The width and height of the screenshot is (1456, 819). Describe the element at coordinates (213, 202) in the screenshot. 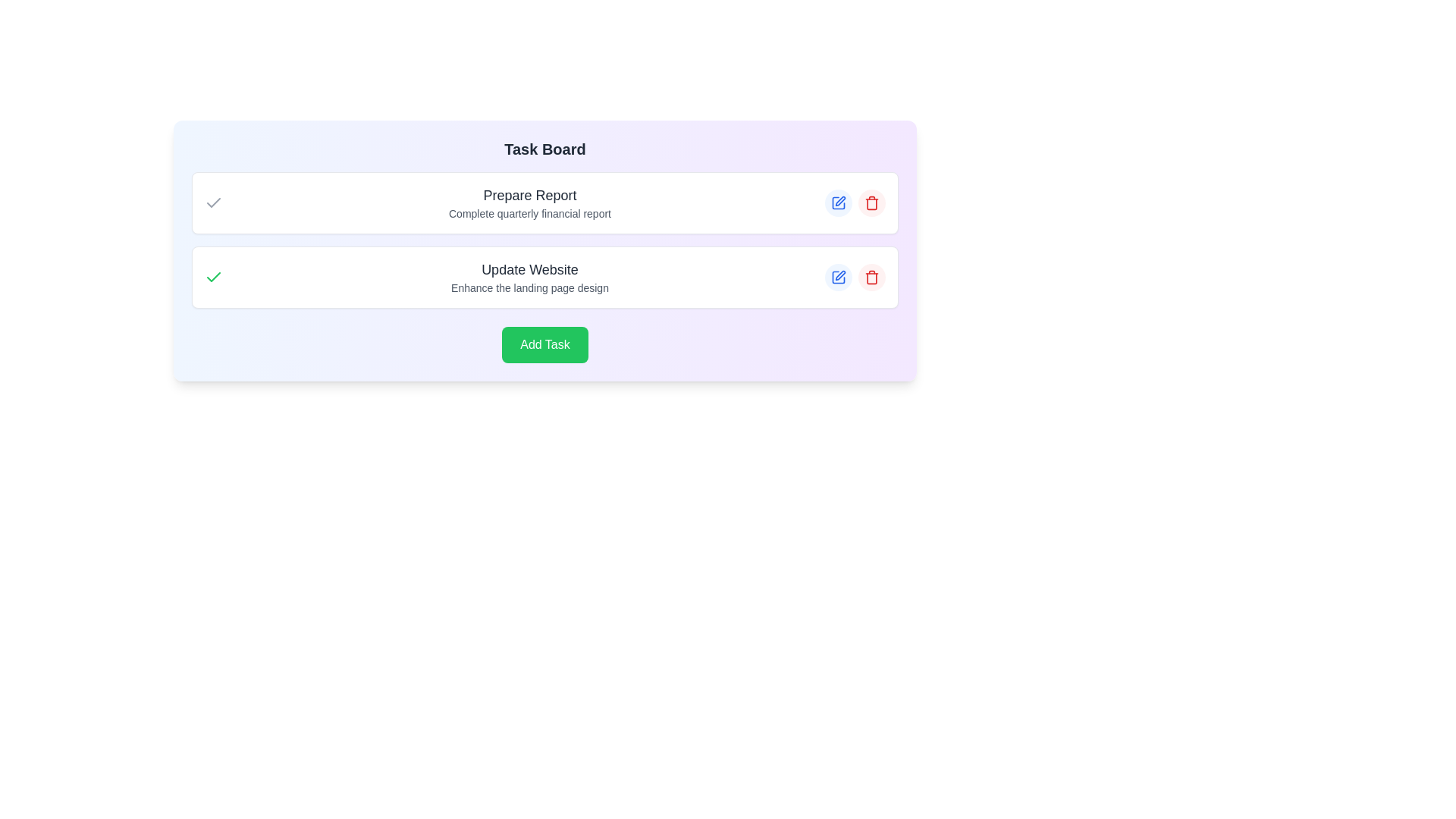

I see `the gray checkmark icon located to the left of the 'Prepare Report' task in the topmost row of the task list` at that location.